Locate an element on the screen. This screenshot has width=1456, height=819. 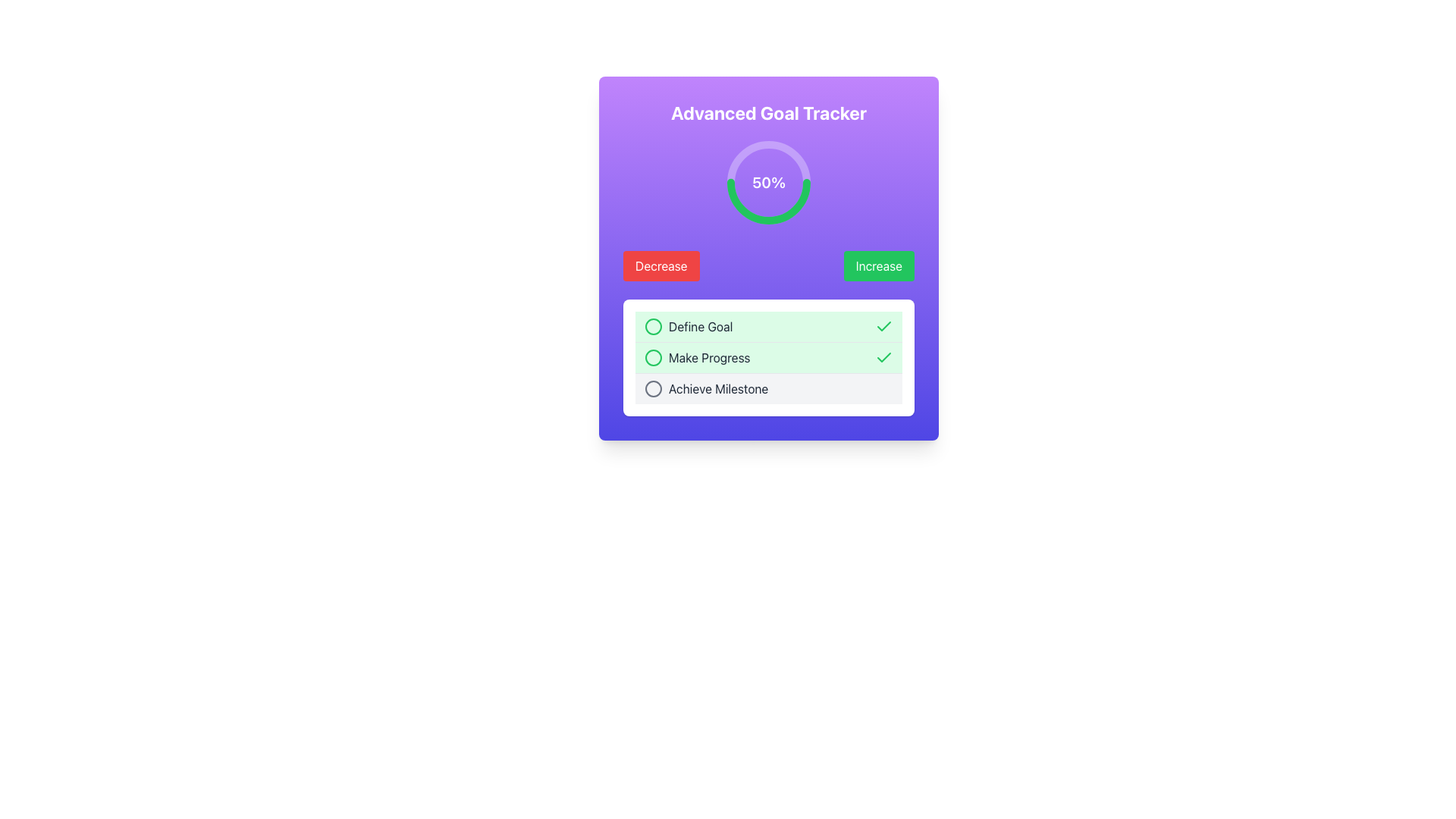
the checkmark icon indicating completion or selection, which is located to the far right of the 'Define Goal' item in a vertically-stacked list of goals is located at coordinates (884, 326).